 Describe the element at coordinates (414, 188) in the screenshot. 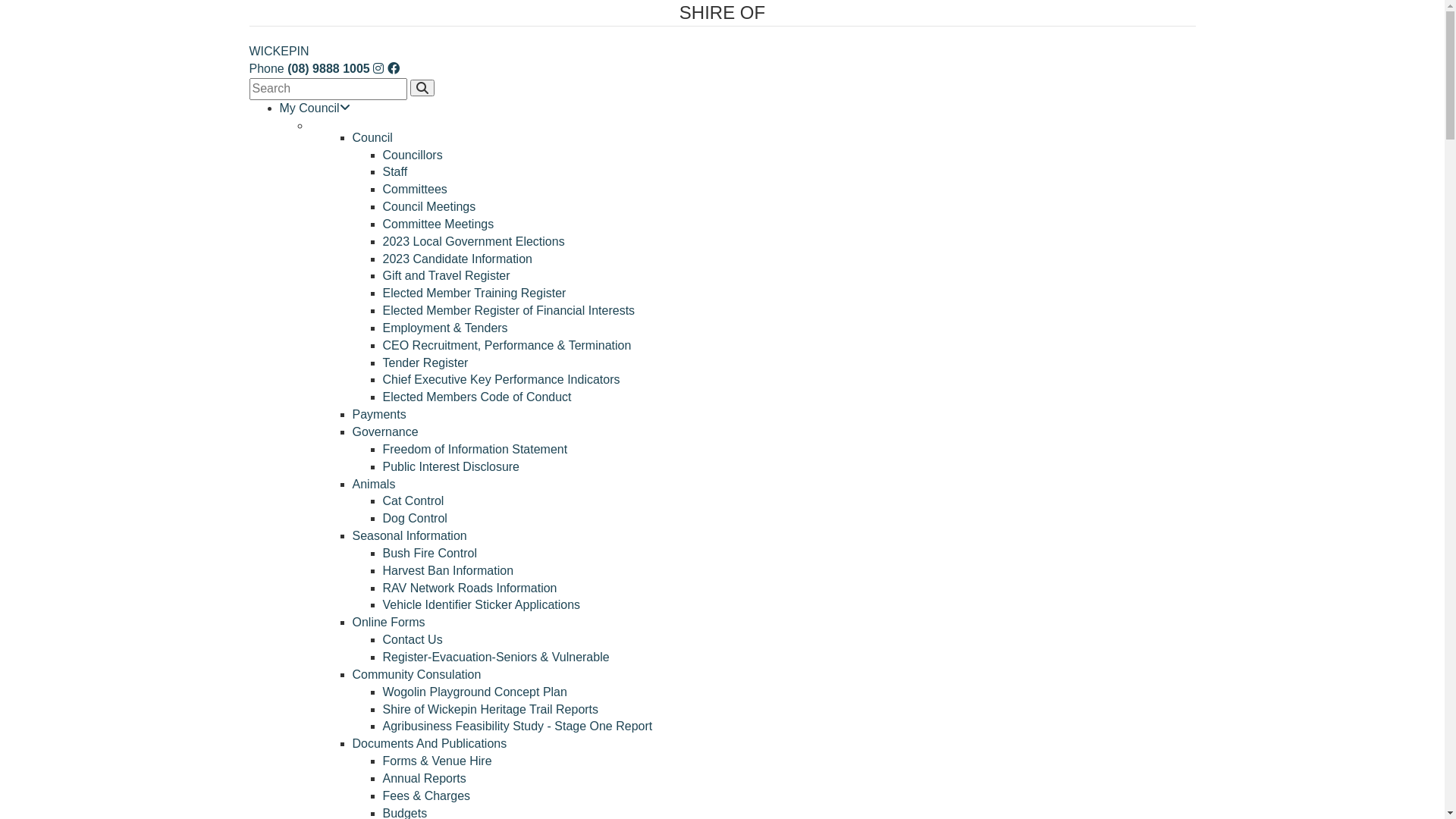

I see `'Committees'` at that location.